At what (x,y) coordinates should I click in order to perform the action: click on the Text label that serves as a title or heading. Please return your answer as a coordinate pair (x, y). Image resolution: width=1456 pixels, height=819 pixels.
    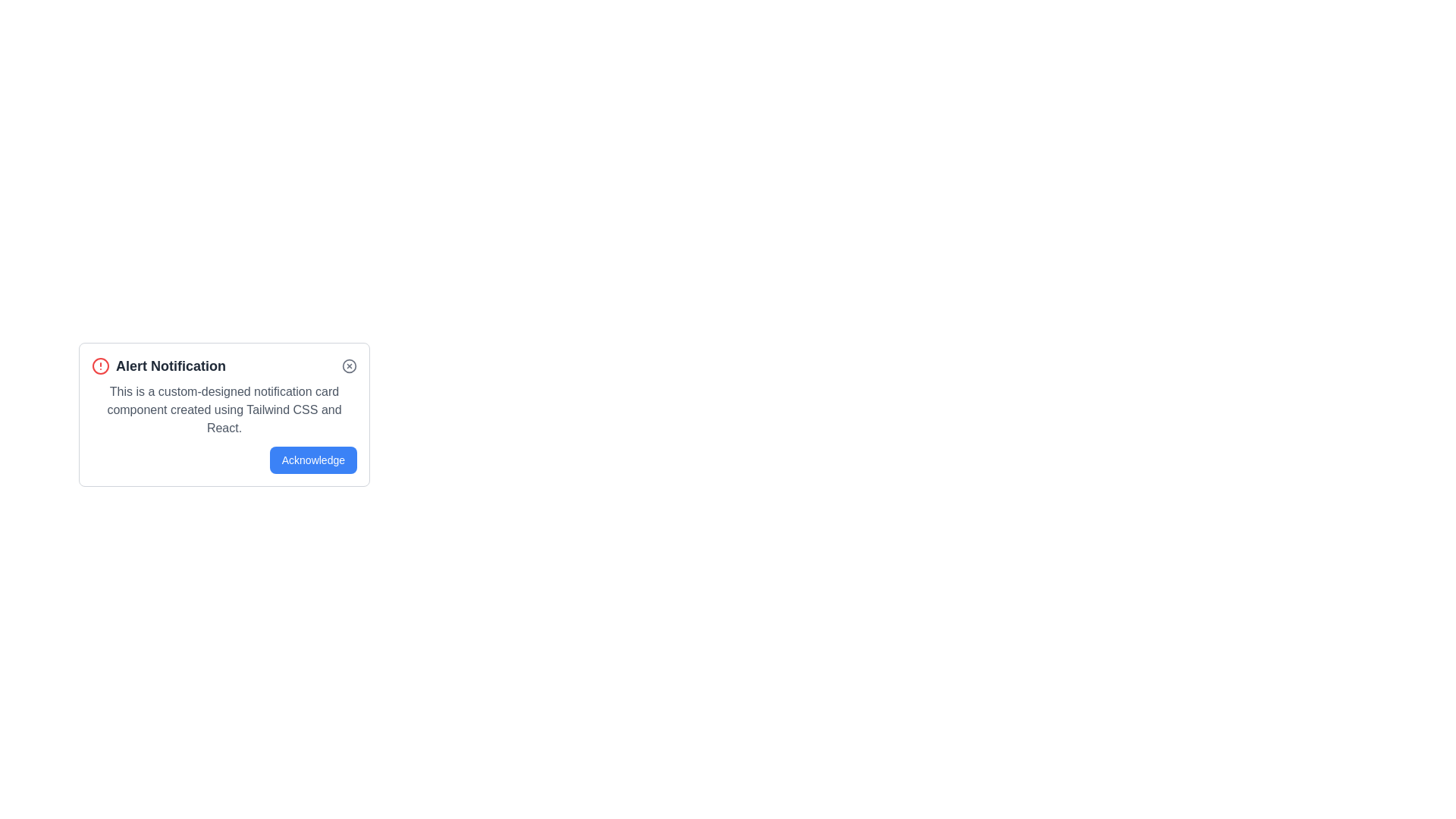
    Looking at the image, I should click on (158, 366).